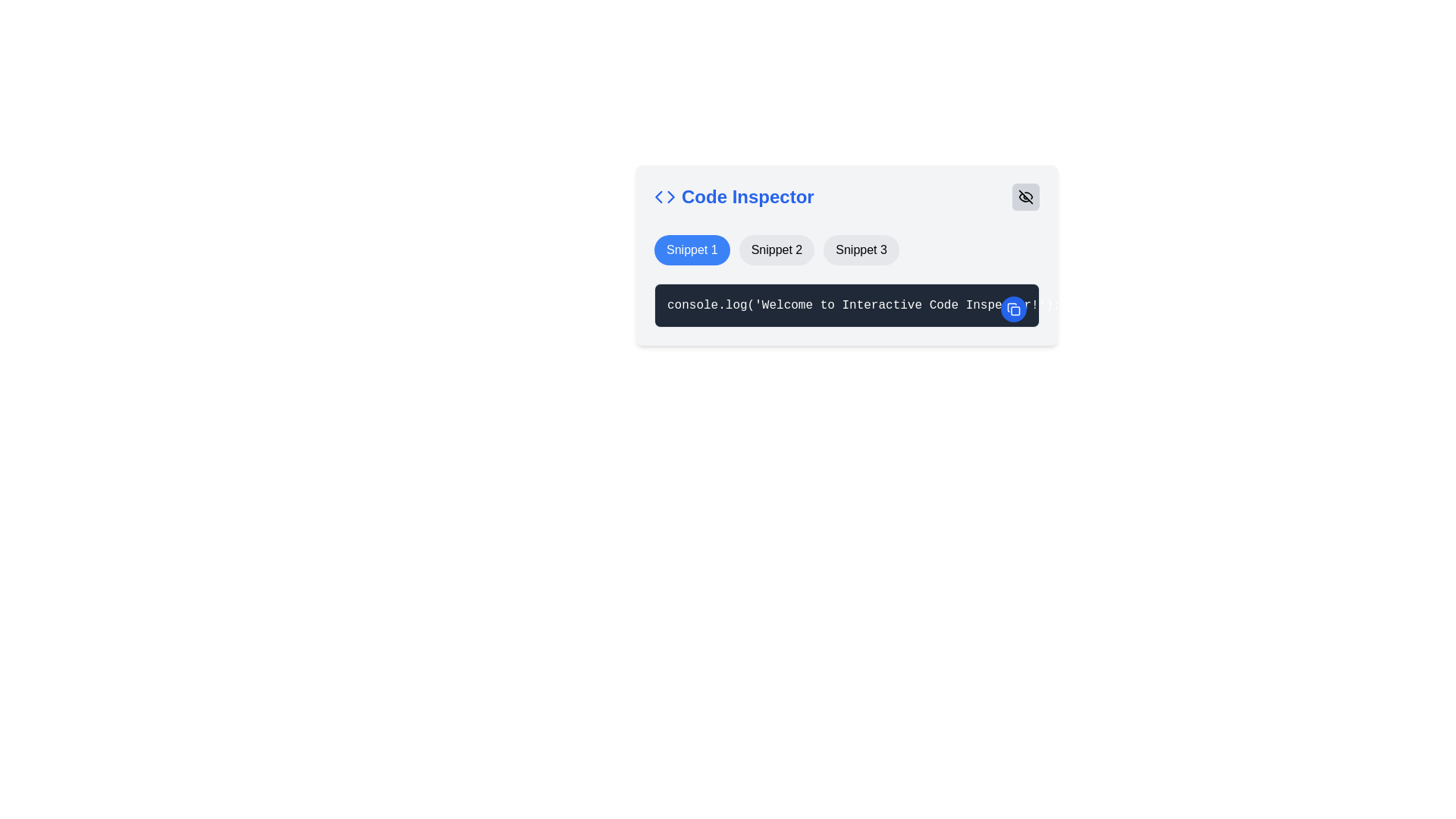 Image resolution: width=1456 pixels, height=819 pixels. What do you see at coordinates (846, 305) in the screenshot?
I see `the code snippet block that displays the code 'console.log('Welcome to Interactive Code Inspector!');', which has a dark theme background and a circular blue copy button at the top-right corner` at bounding box center [846, 305].